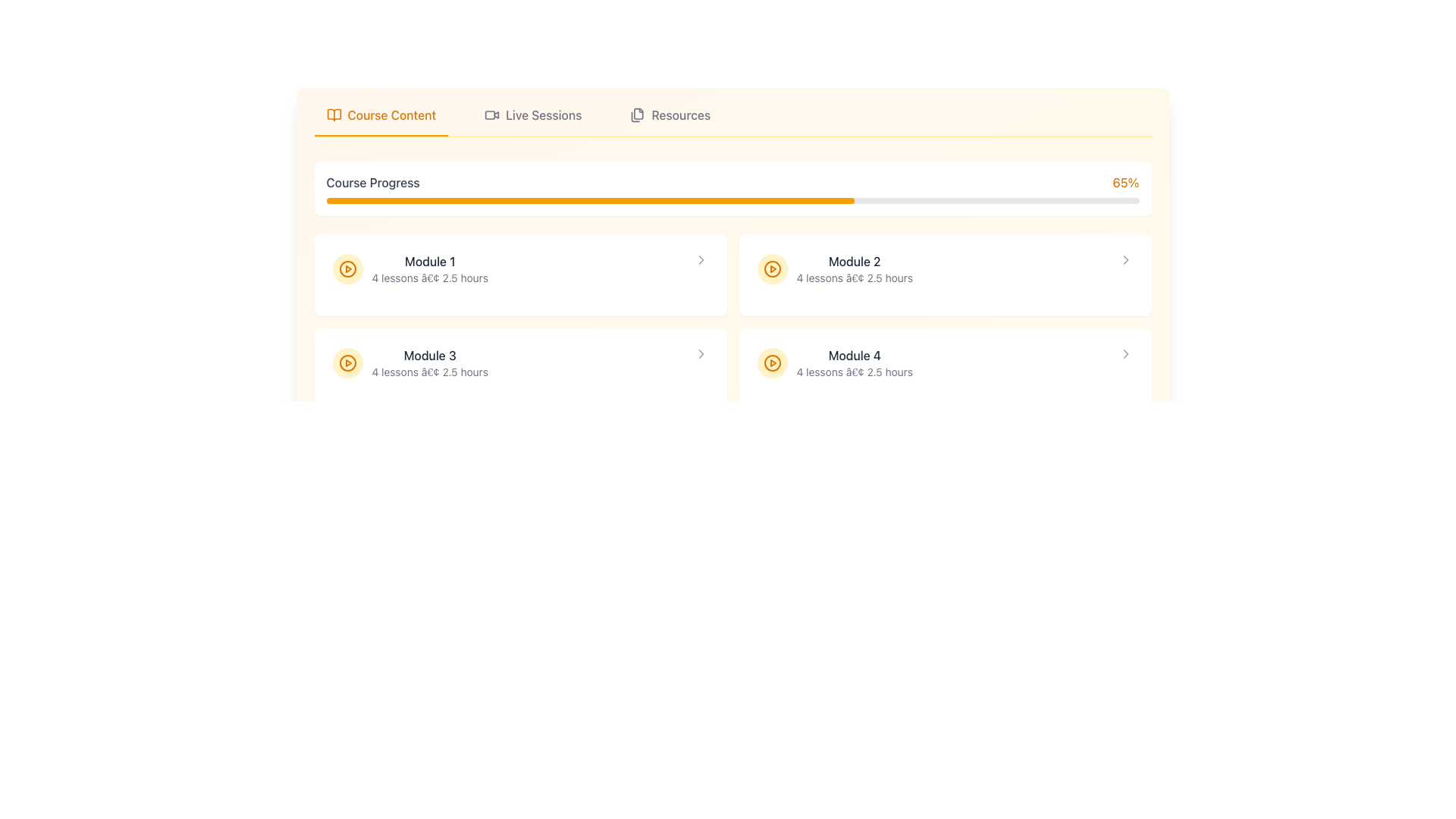 Image resolution: width=1456 pixels, height=819 pixels. Describe the element at coordinates (855, 268) in the screenshot. I see `text from the 'Module 2' label which displays 'Module 2' in bold dark gray and '4 lessons • 2.5 hours' in lighter gray` at that location.